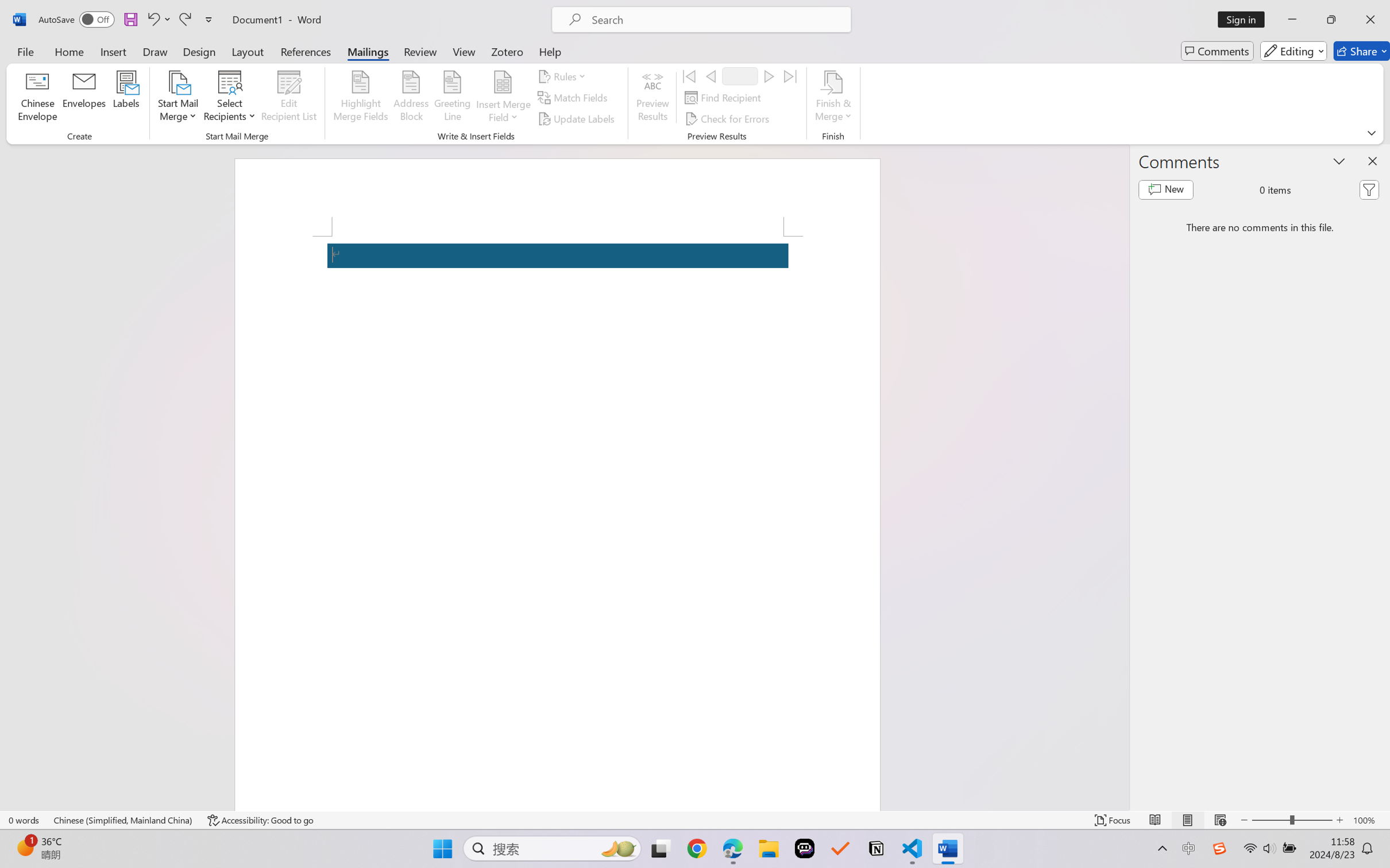  What do you see at coordinates (689, 75) in the screenshot?
I see `'First'` at bounding box center [689, 75].